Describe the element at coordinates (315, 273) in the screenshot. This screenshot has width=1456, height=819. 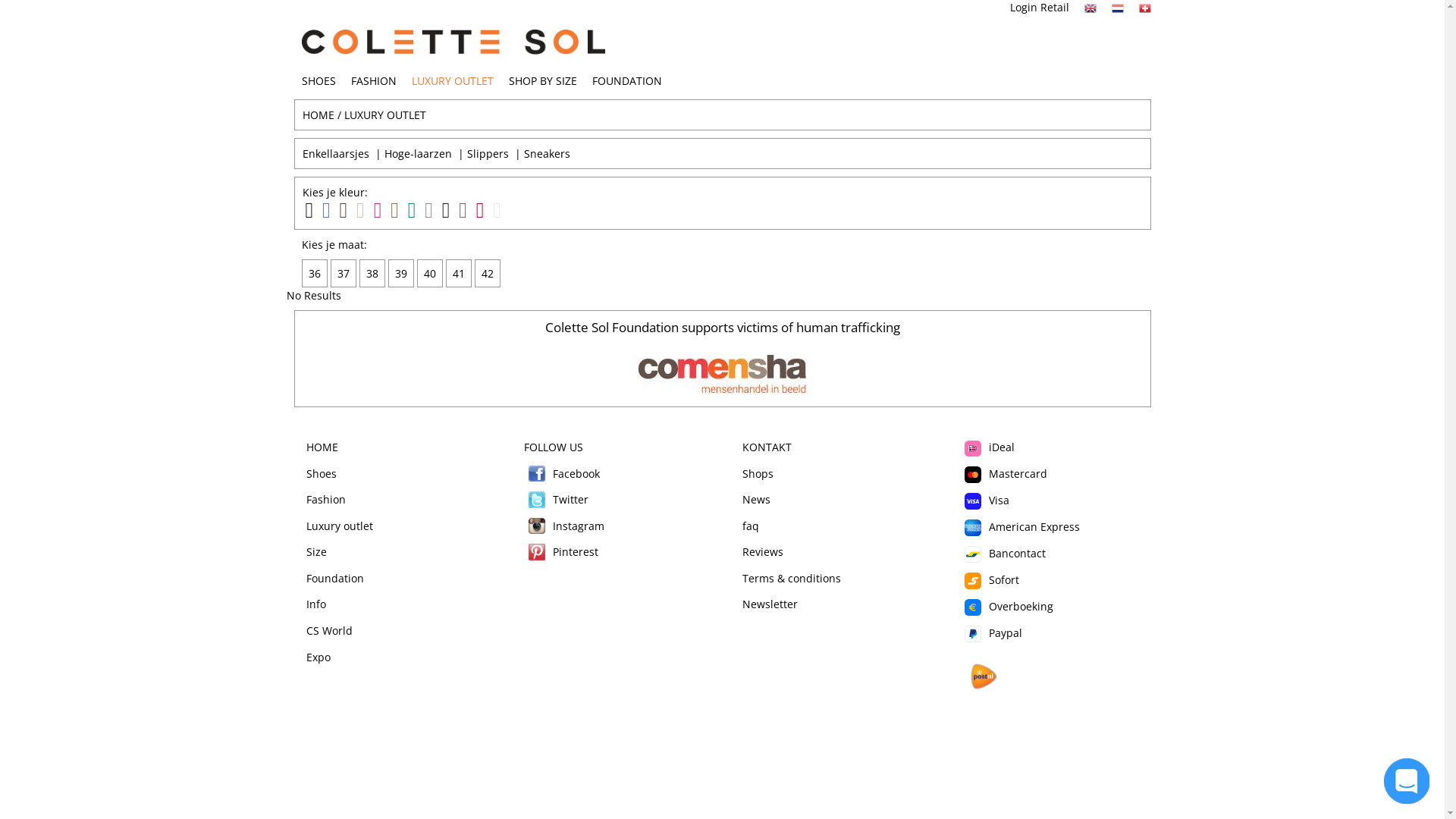
I see `'36 '` at that location.